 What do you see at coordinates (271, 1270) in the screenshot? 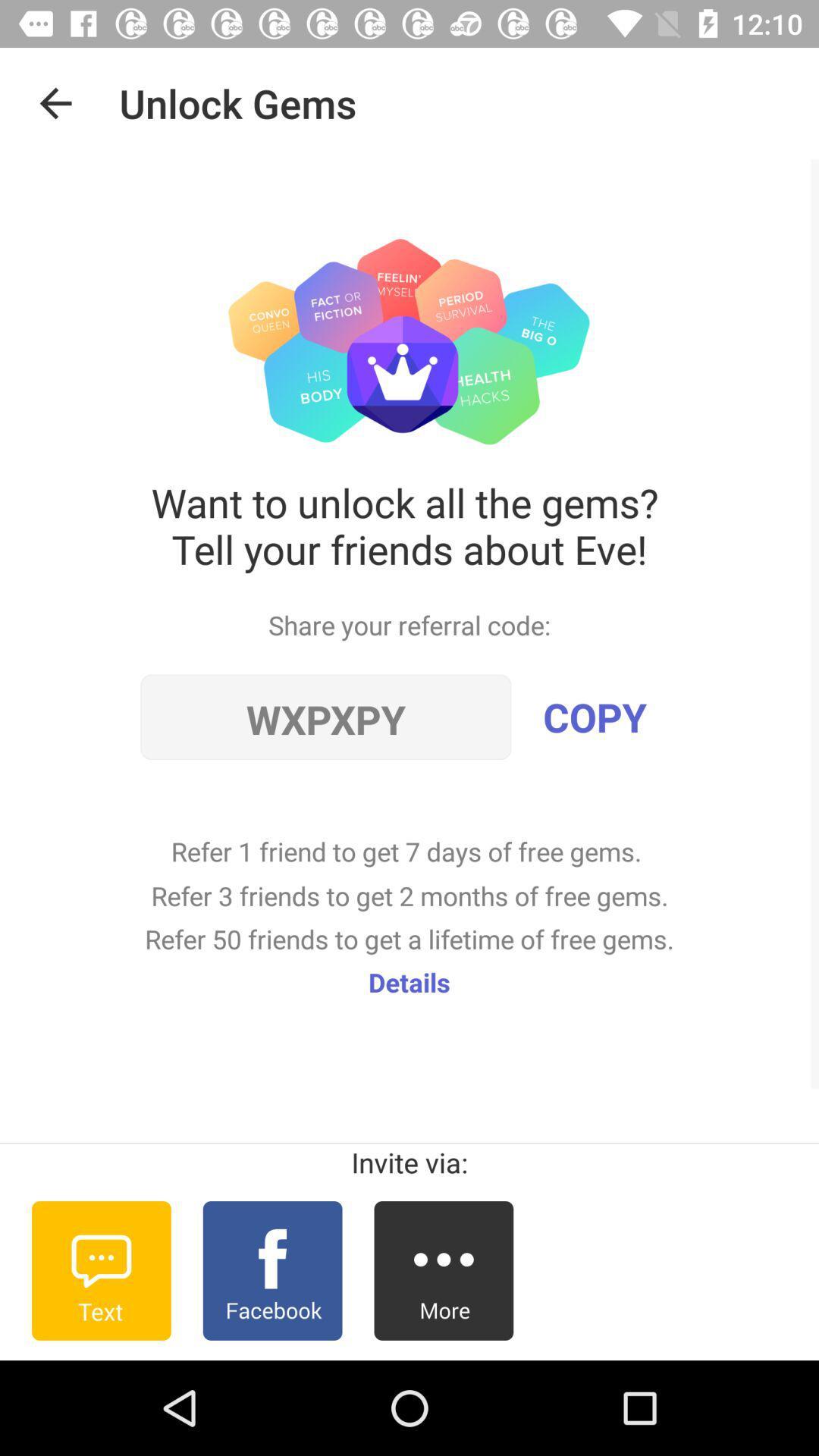
I see `invite via facebook` at bounding box center [271, 1270].